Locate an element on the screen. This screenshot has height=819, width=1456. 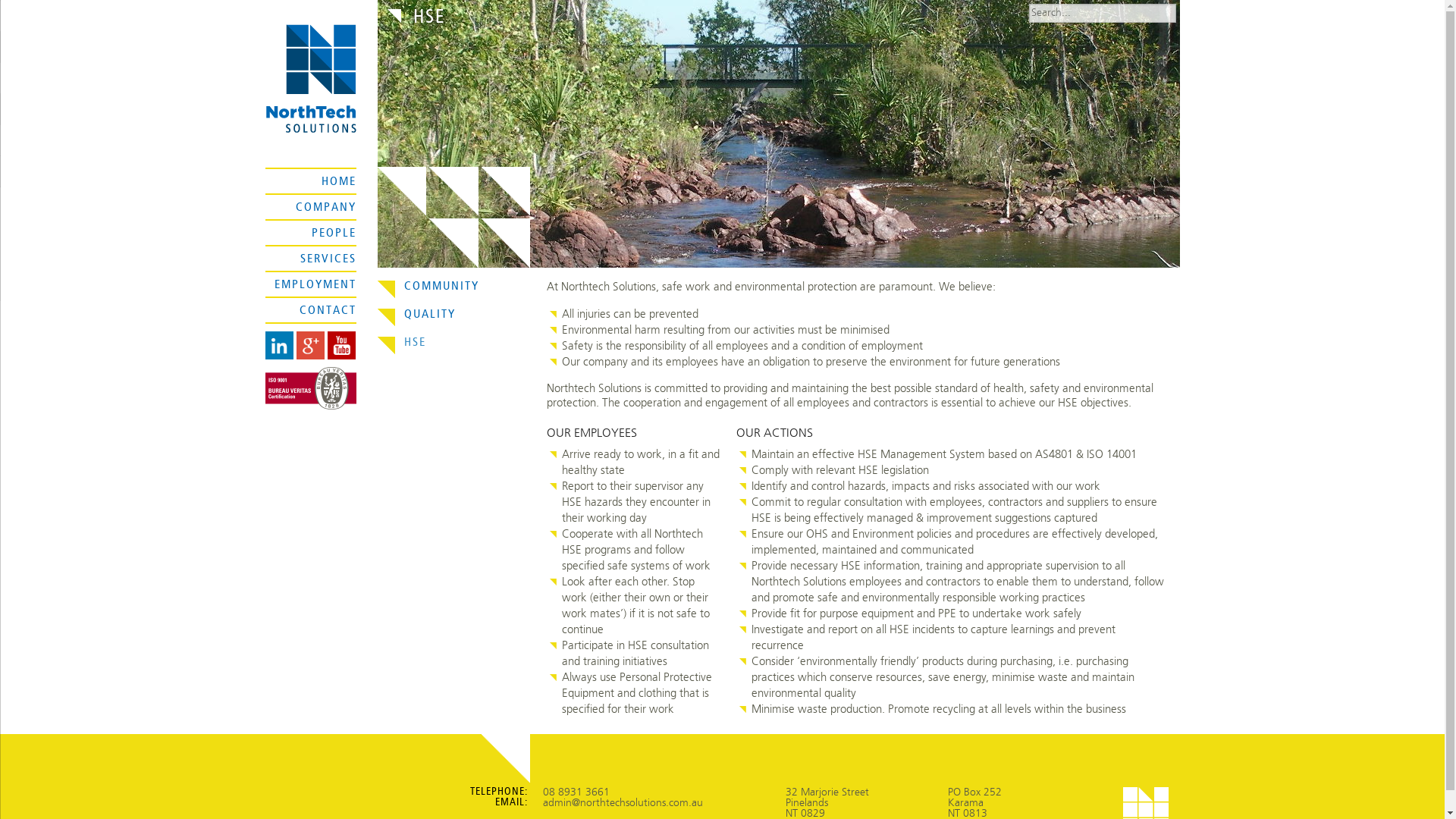
'QUALITY' is located at coordinates (456, 318).